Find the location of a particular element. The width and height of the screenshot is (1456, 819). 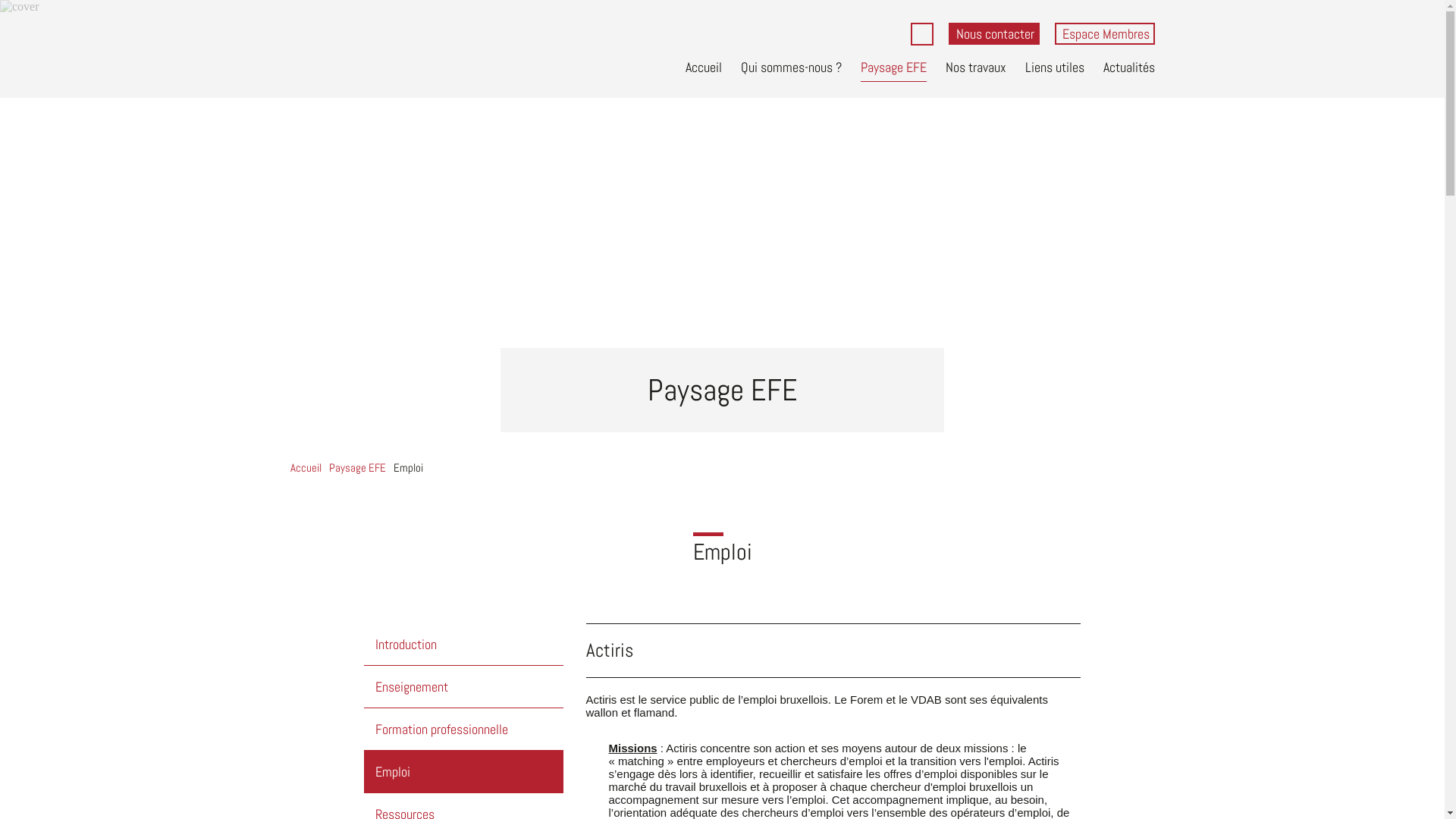

'Paysage EFE' is located at coordinates (328, 466).